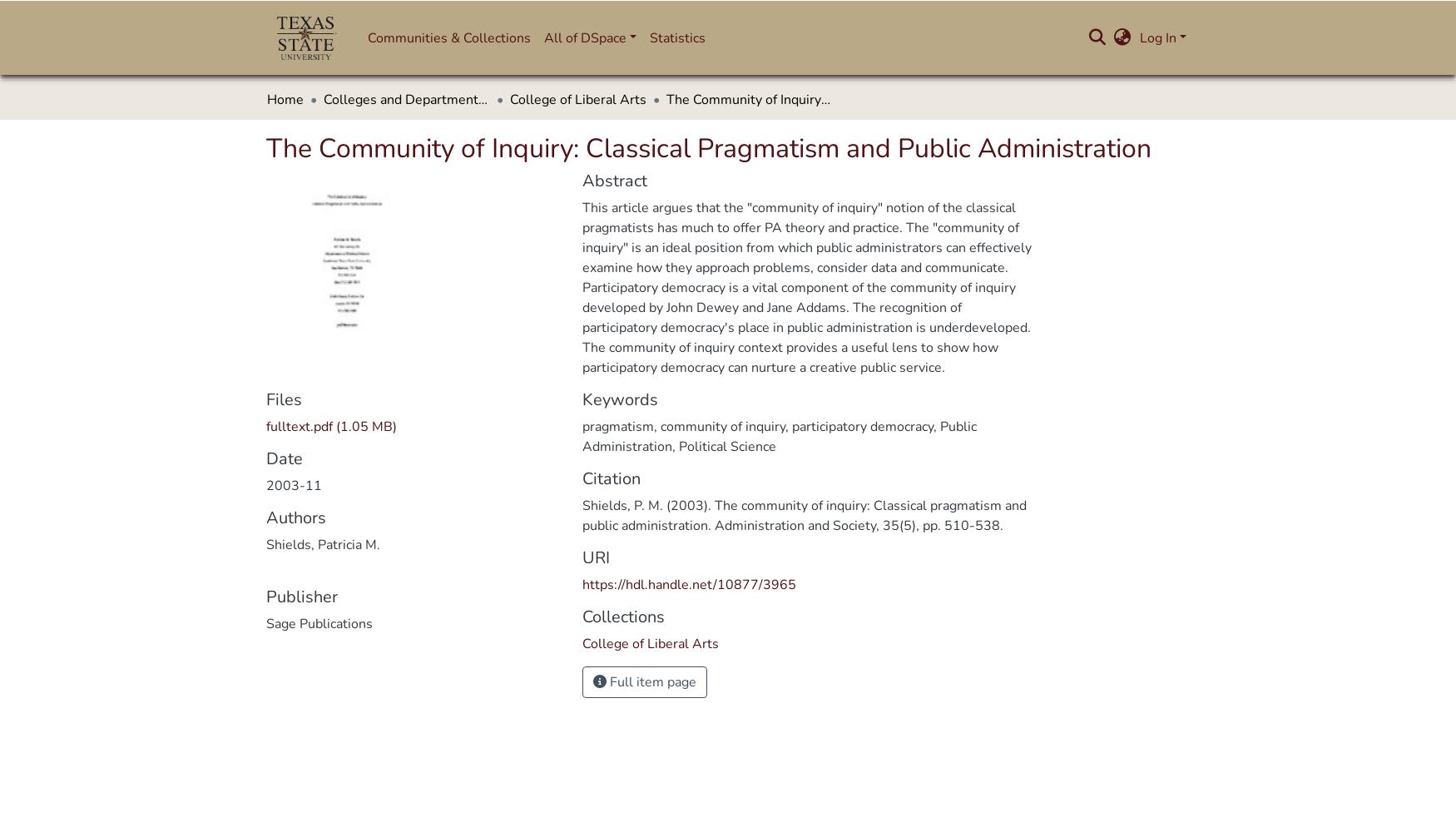 This screenshot has width=1456, height=832. I want to click on 'Public Administration', so click(582, 437).